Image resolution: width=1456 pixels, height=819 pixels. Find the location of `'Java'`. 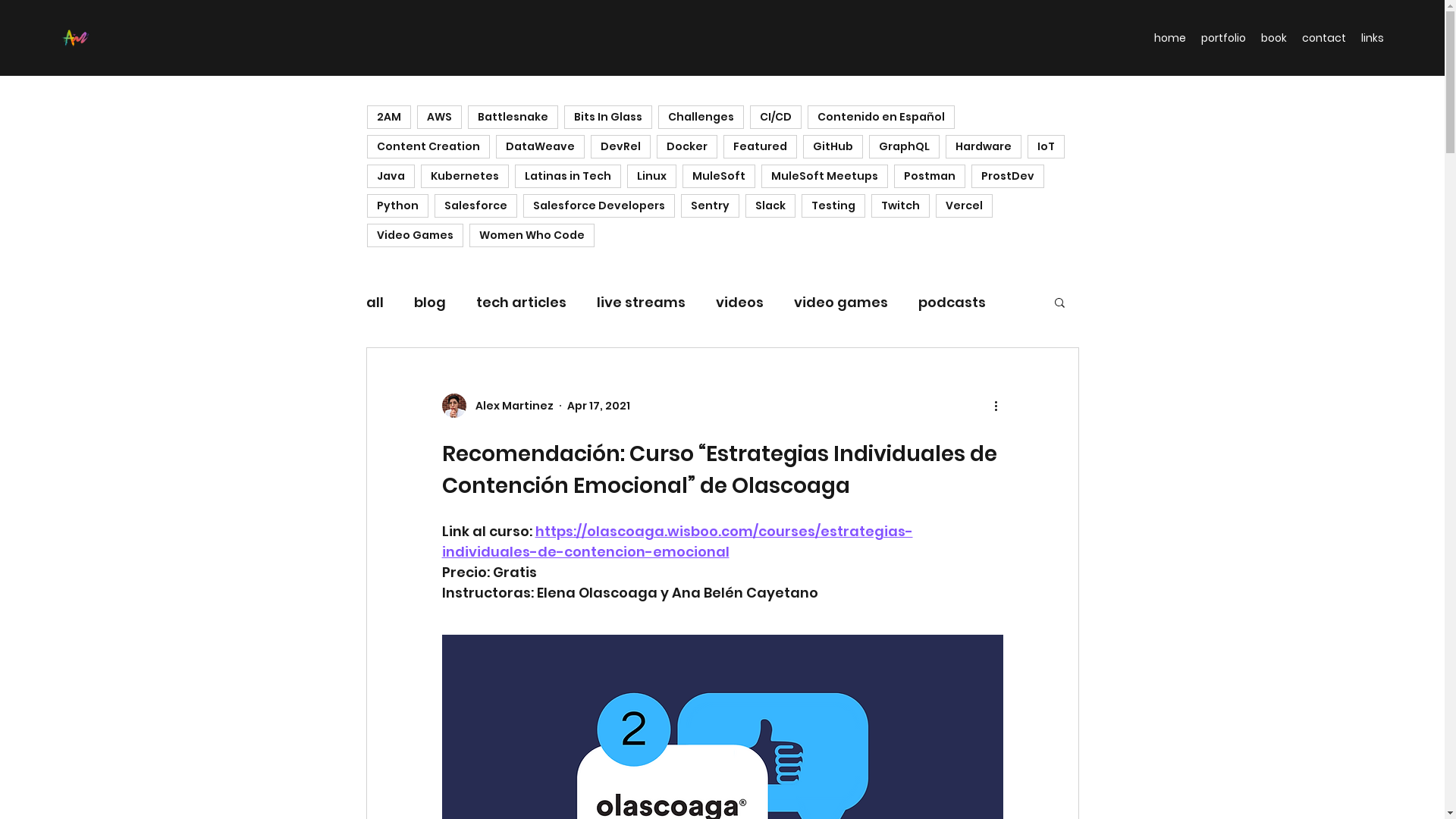

'Java' is located at coordinates (367, 175).